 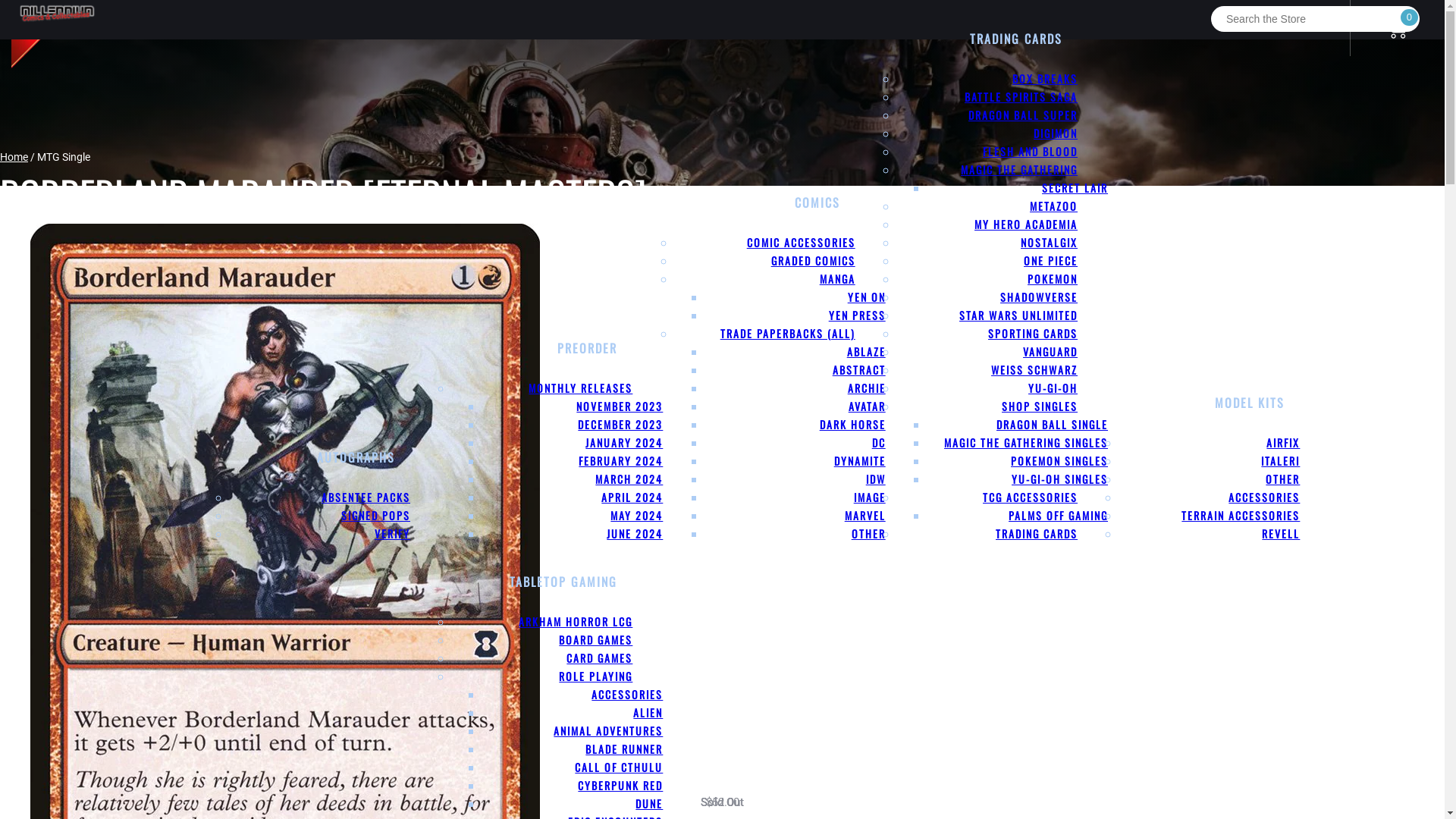 What do you see at coordinates (1021, 96) in the screenshot?
I see `'BATTLE SPIRITS SAGA'` at bounding box center [1021, 96].